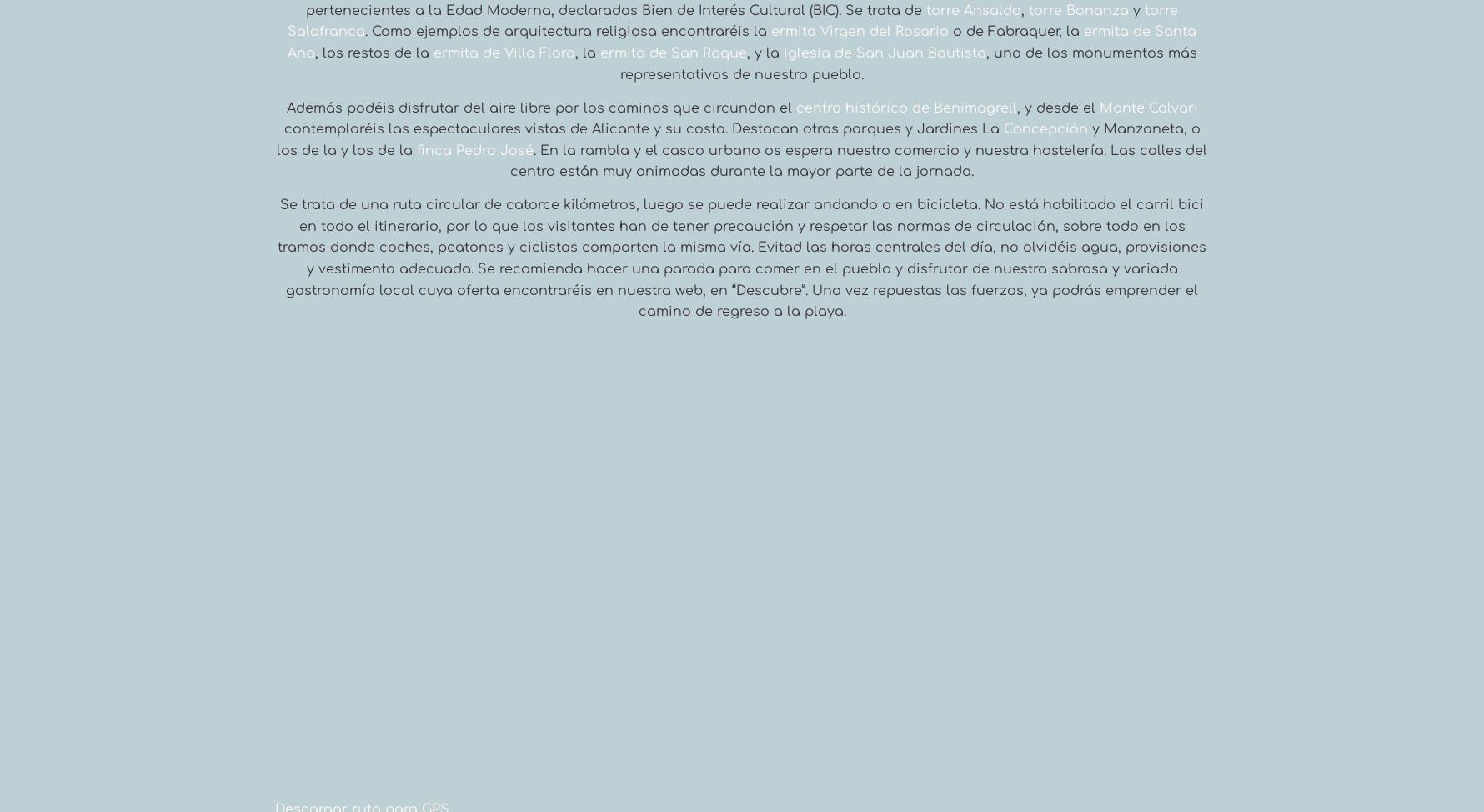 The height and width of the screenshot is (812, 1484). What do you see at coordinates (474, 149) in the screenshot?
I see `'finca Pedro José'` at bounding box center [474, 149].